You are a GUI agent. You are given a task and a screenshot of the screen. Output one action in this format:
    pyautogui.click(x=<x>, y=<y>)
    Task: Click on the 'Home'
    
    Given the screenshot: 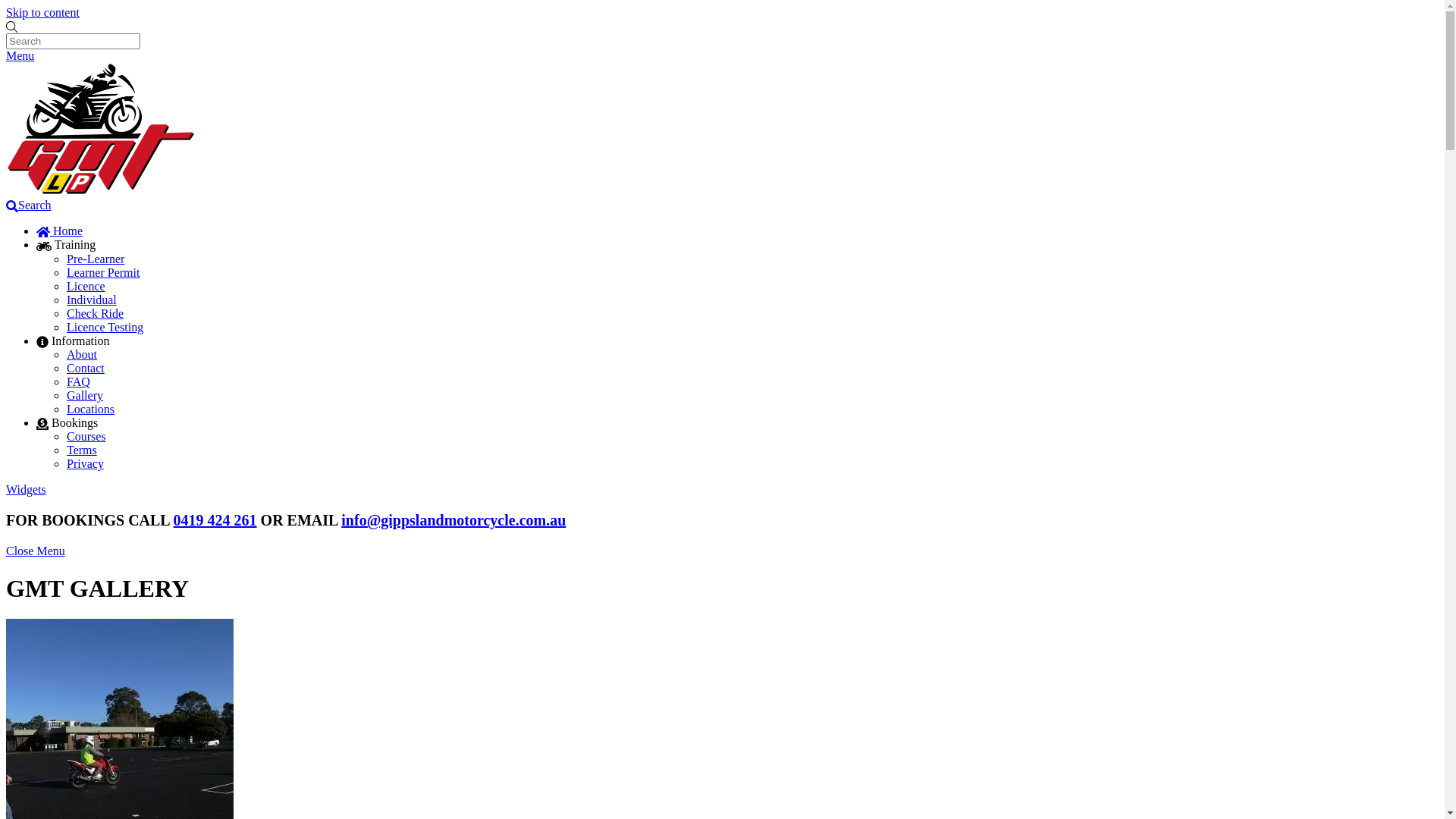 What is the action you would take?
    pyautogui.click(x=59, y=231)
    